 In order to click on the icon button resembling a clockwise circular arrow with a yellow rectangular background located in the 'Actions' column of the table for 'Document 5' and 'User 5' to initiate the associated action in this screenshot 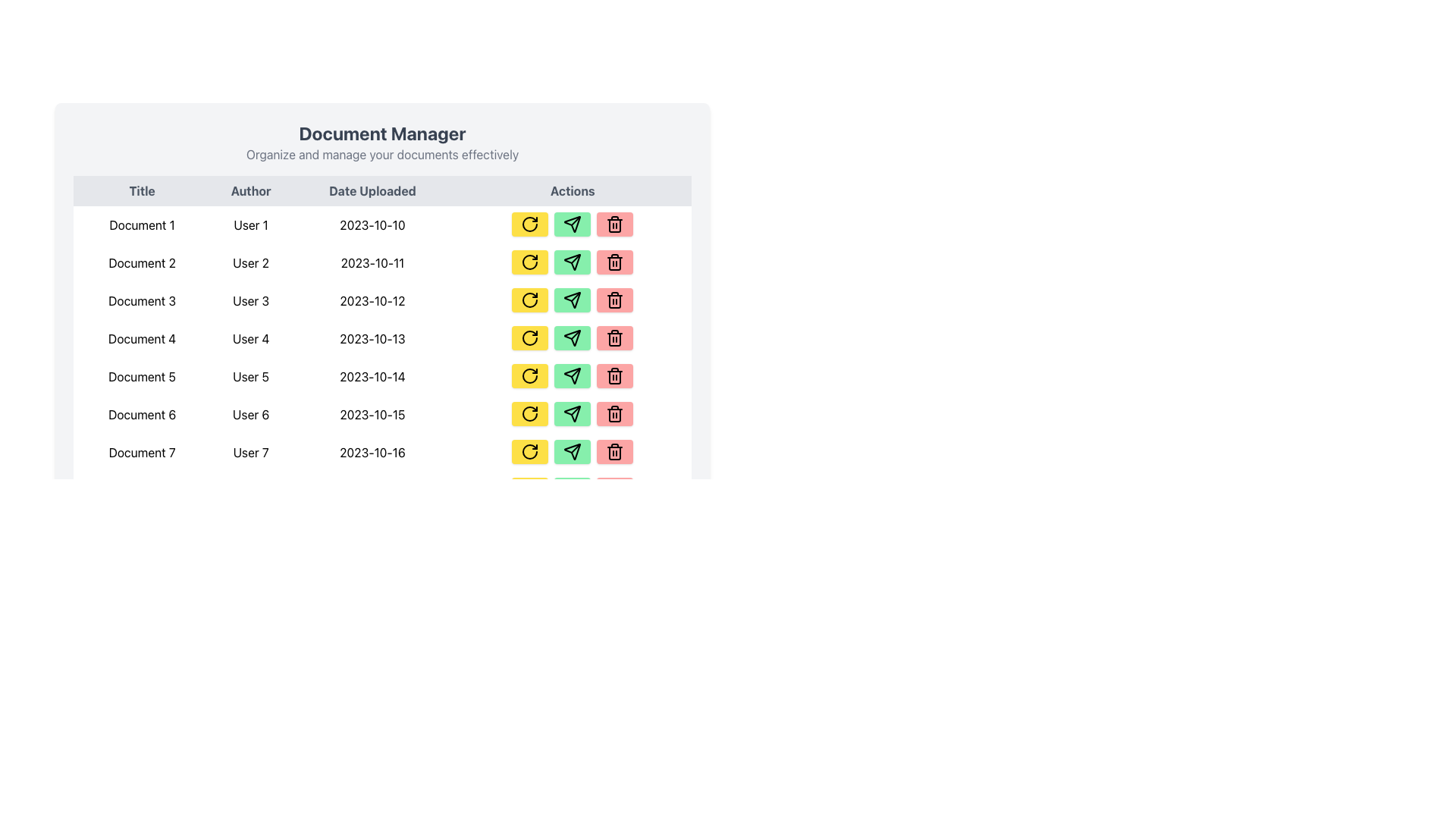, I will do `click(530, 375)`.